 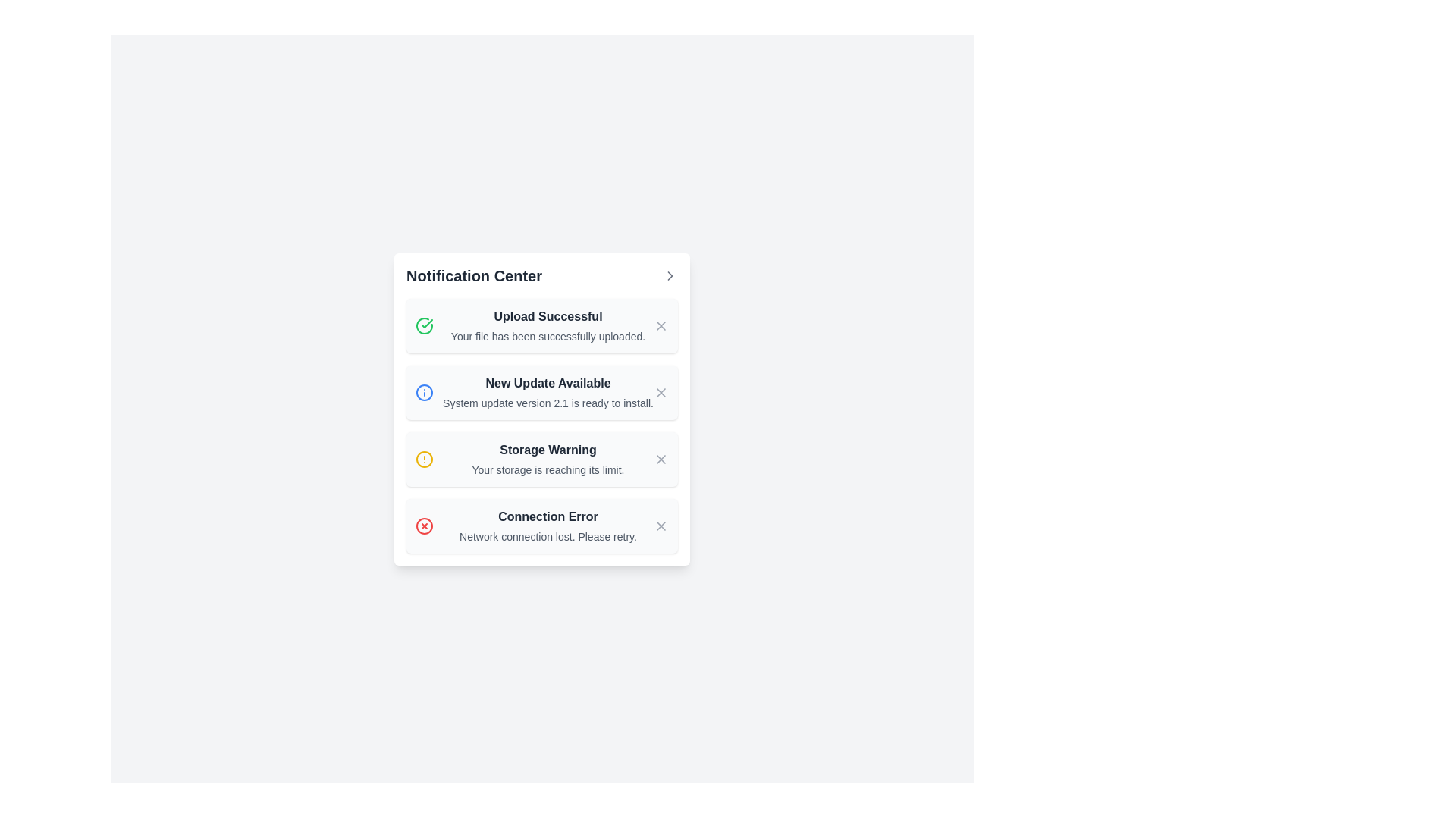 What do you see at coordinates (548, 516) in the screenshot?
I see `the text label displaying the title or main message of a notification related to connectivity issues, located in the bottom notification entry following other entries such as 'Upload Successful', 'New Update Available', and 'Storage Warning.'` at bounding box center [548, 516].